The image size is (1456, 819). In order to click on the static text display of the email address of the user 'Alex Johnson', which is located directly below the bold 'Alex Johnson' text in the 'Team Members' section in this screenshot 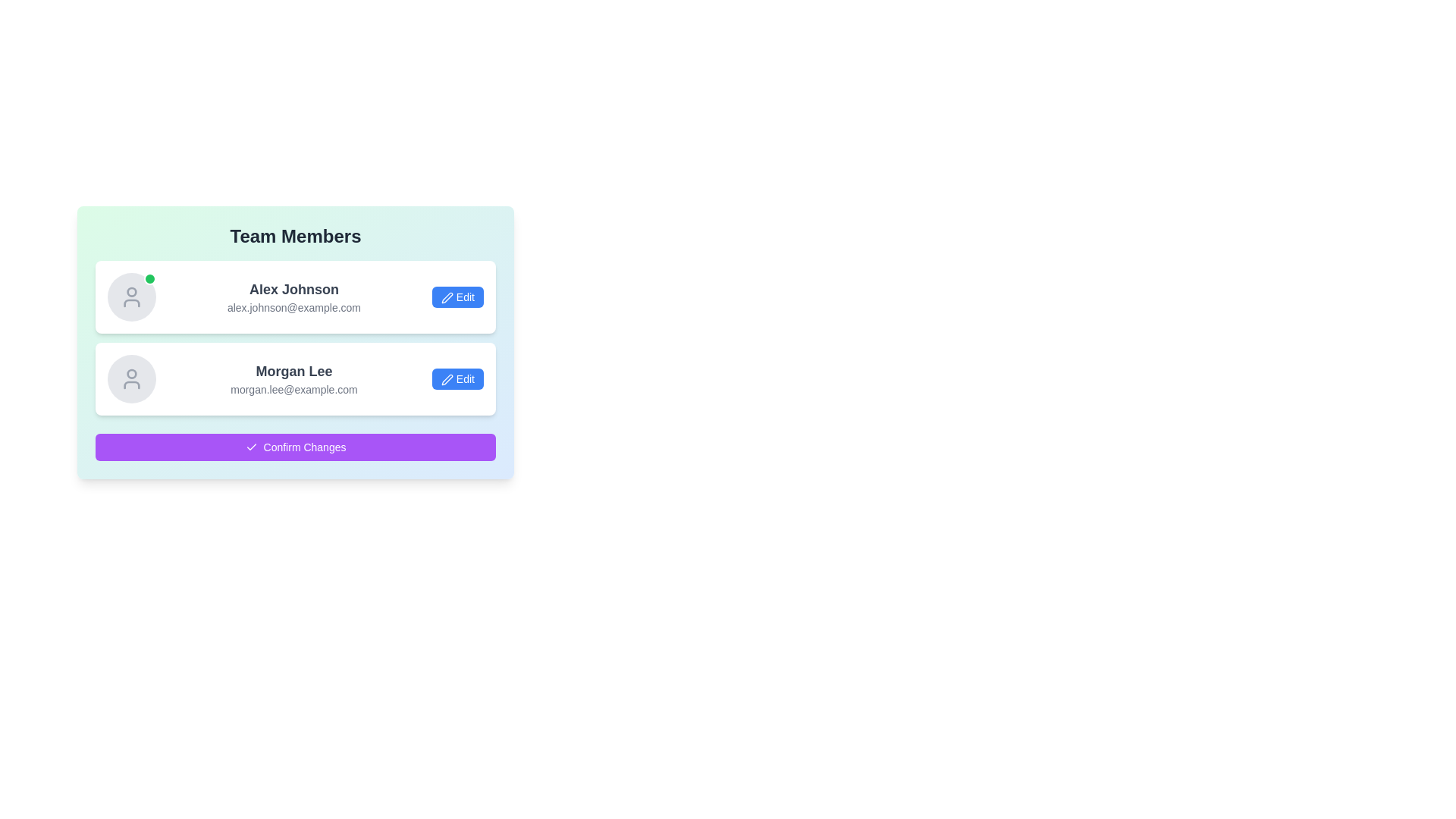, I will do `click(294, 307)`.